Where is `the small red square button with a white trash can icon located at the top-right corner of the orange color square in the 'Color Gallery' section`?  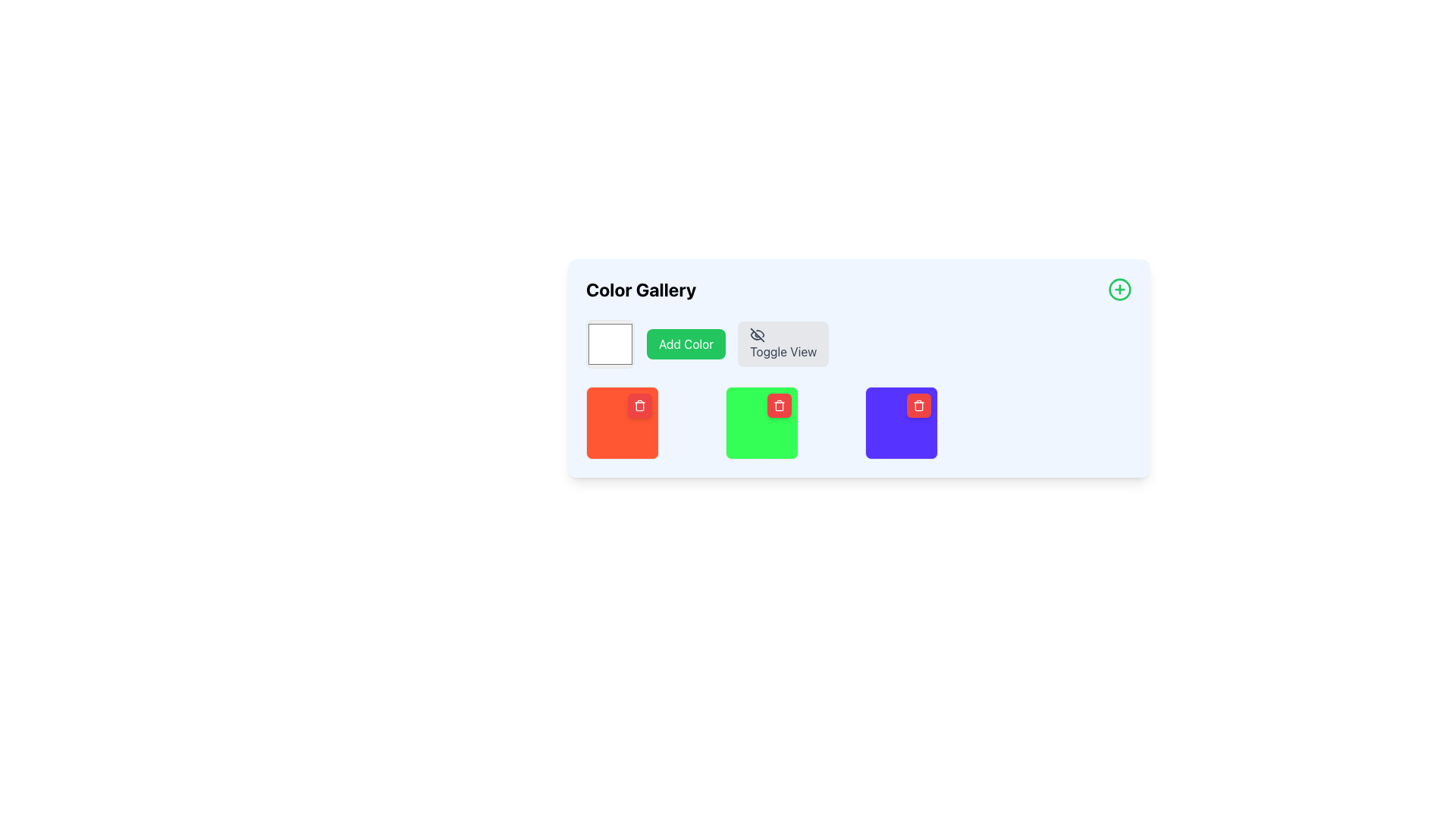 the small red square button with a white trash can icon located at the top-right corner of the orange color square in the 'Color Gallery' section is located at coordinates (640, 405).